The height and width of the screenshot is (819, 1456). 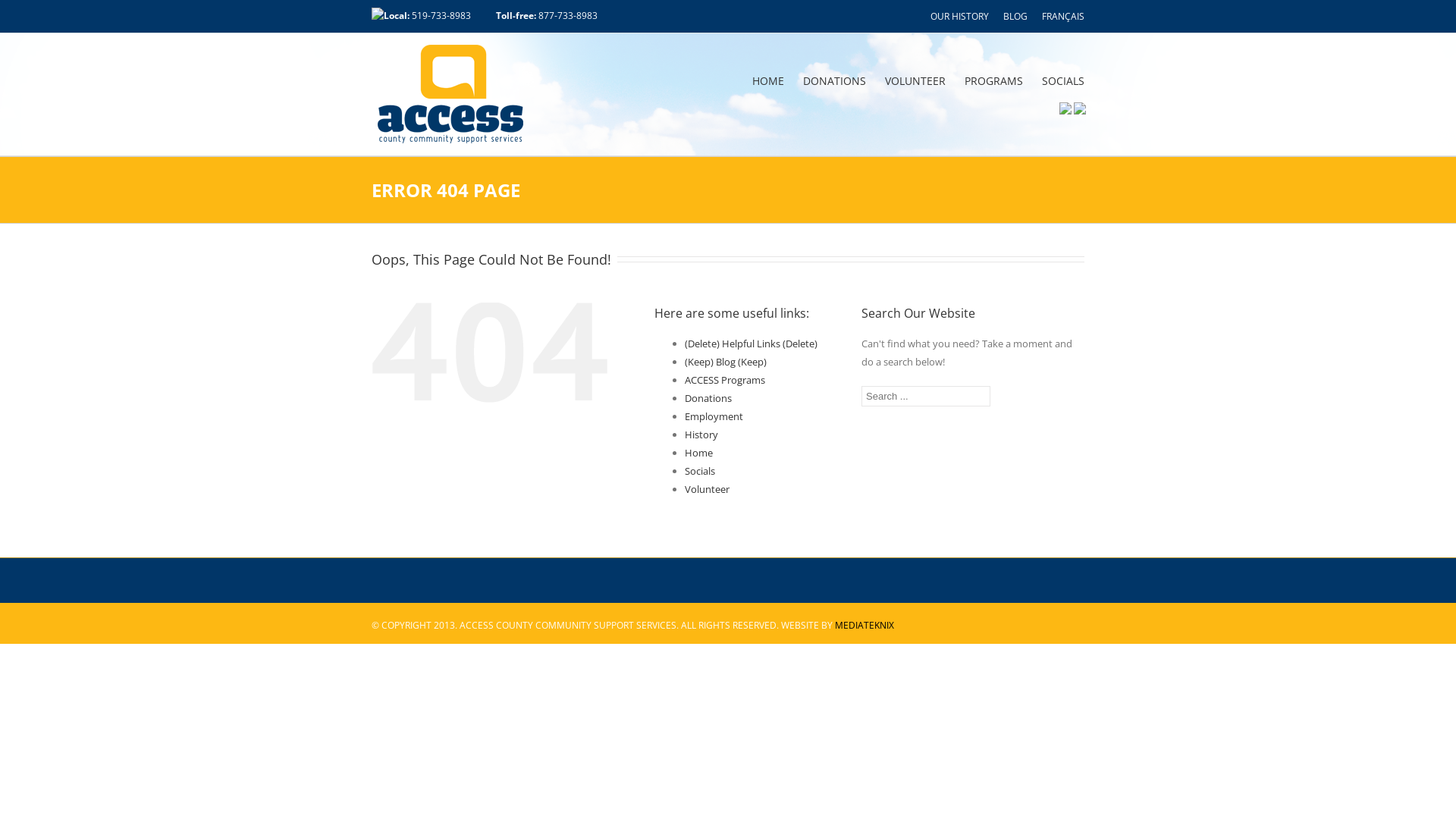 I want to click on '(Keep) Blog (Keep)', so click(x=683, y=362).